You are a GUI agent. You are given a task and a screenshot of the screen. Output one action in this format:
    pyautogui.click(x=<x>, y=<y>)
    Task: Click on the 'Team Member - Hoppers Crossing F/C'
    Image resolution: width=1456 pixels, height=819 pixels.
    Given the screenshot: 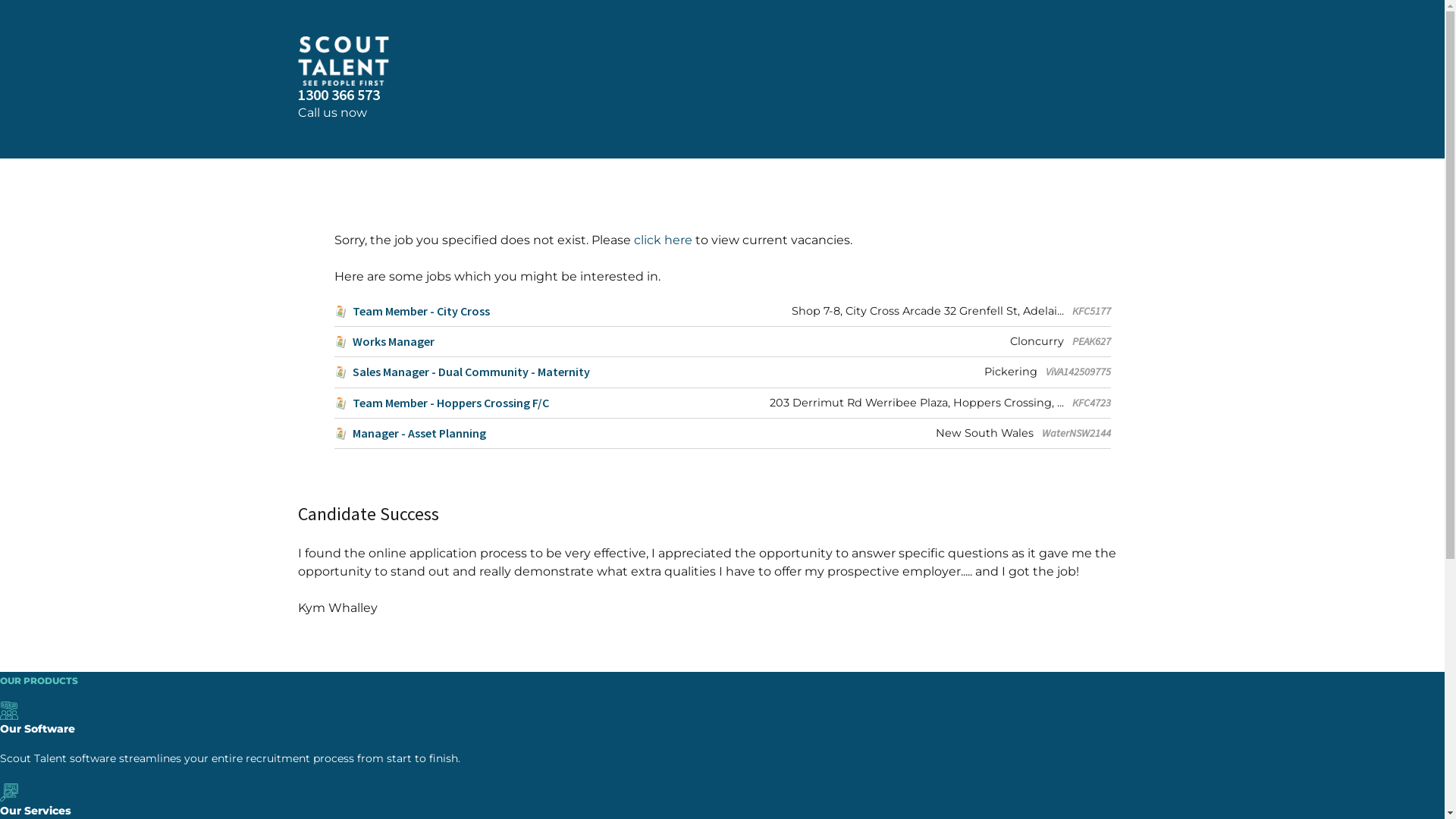 What is the action you would take?
    pyautogui.click(x=440, y=402)
    